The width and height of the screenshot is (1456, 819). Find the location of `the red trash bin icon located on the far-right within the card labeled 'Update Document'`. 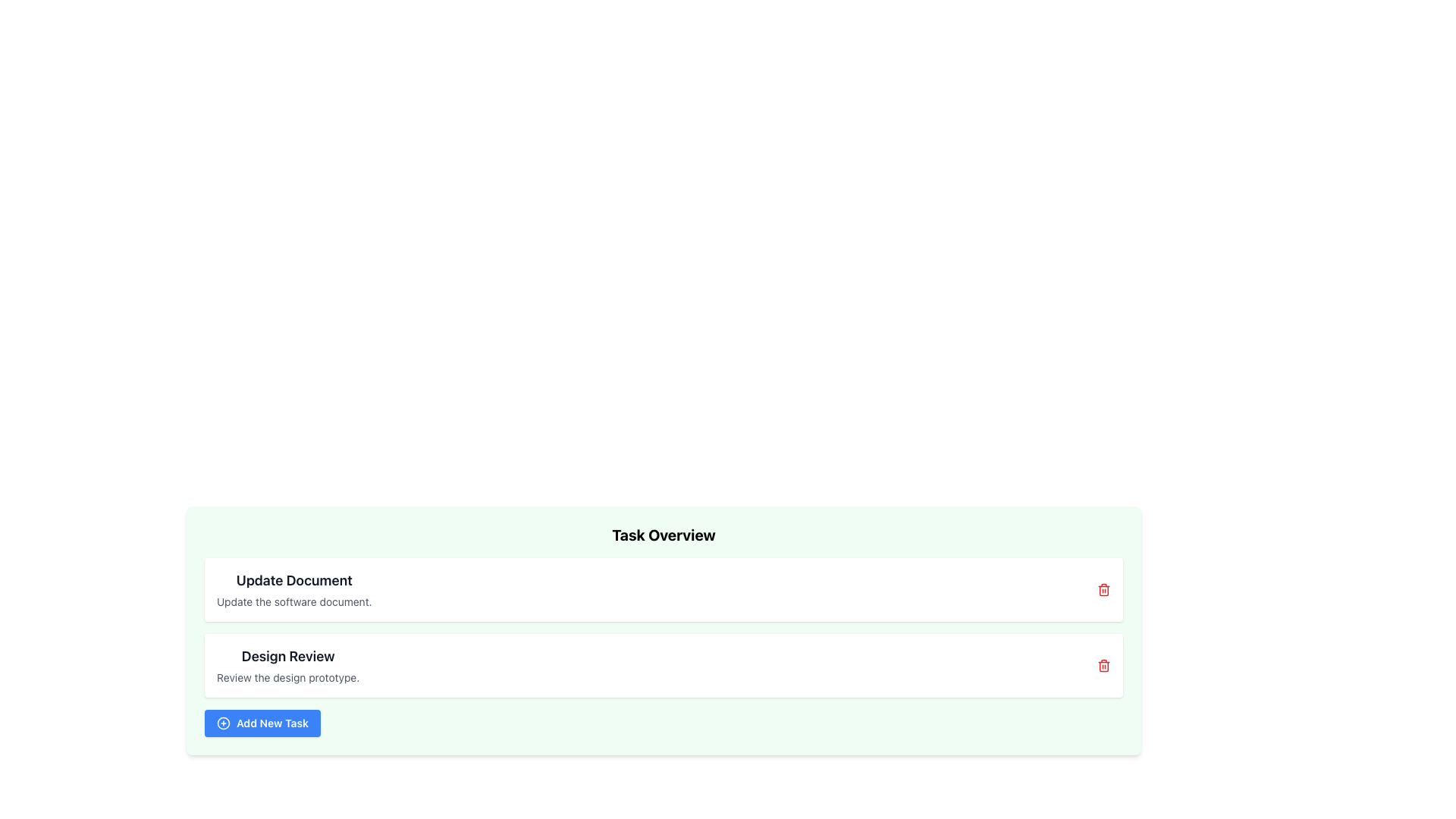

the red trash bin icon located on the far-right within the card labeled 'Update Document' is located at coordinates (1103, 589).